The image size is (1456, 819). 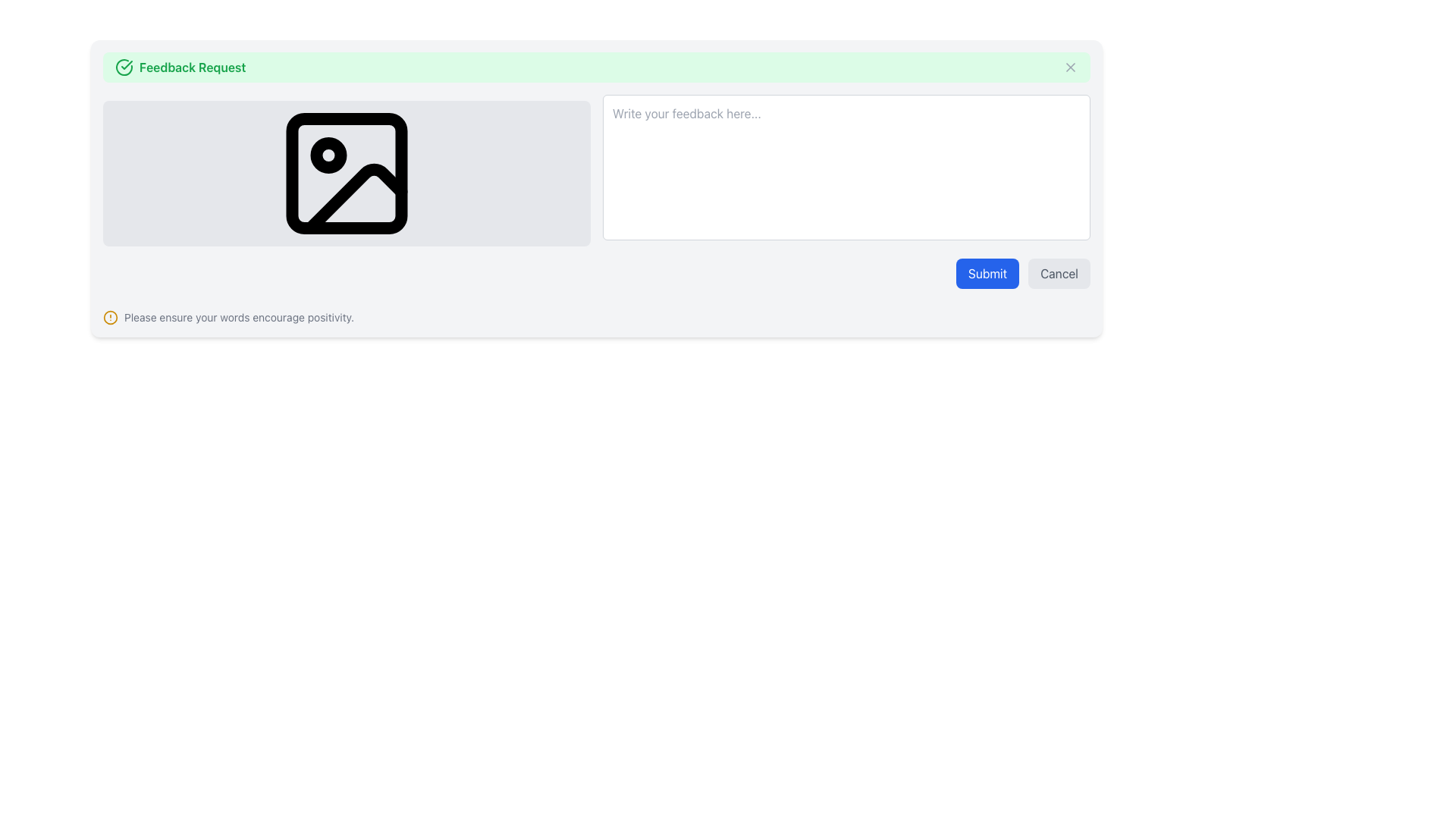 What do you see at coordinates (346, 172) in the screenshot?
I see `the gray square with rounded corners located at the top left corner of the image icon within the feedback pane` at bounding box center [346, 172].